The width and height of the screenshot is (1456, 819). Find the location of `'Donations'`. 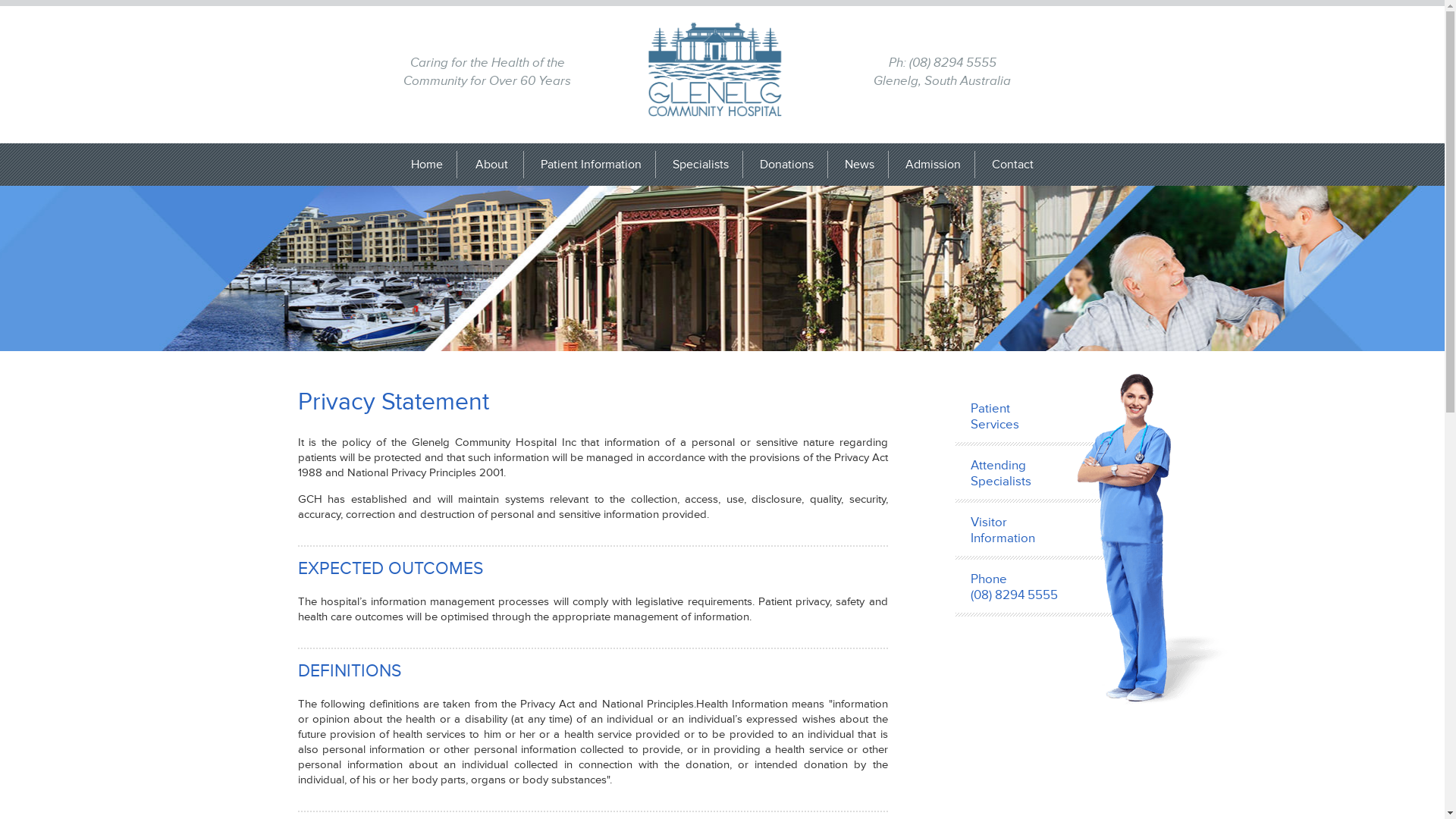

'Donations' is located at coordinates (786, 164).